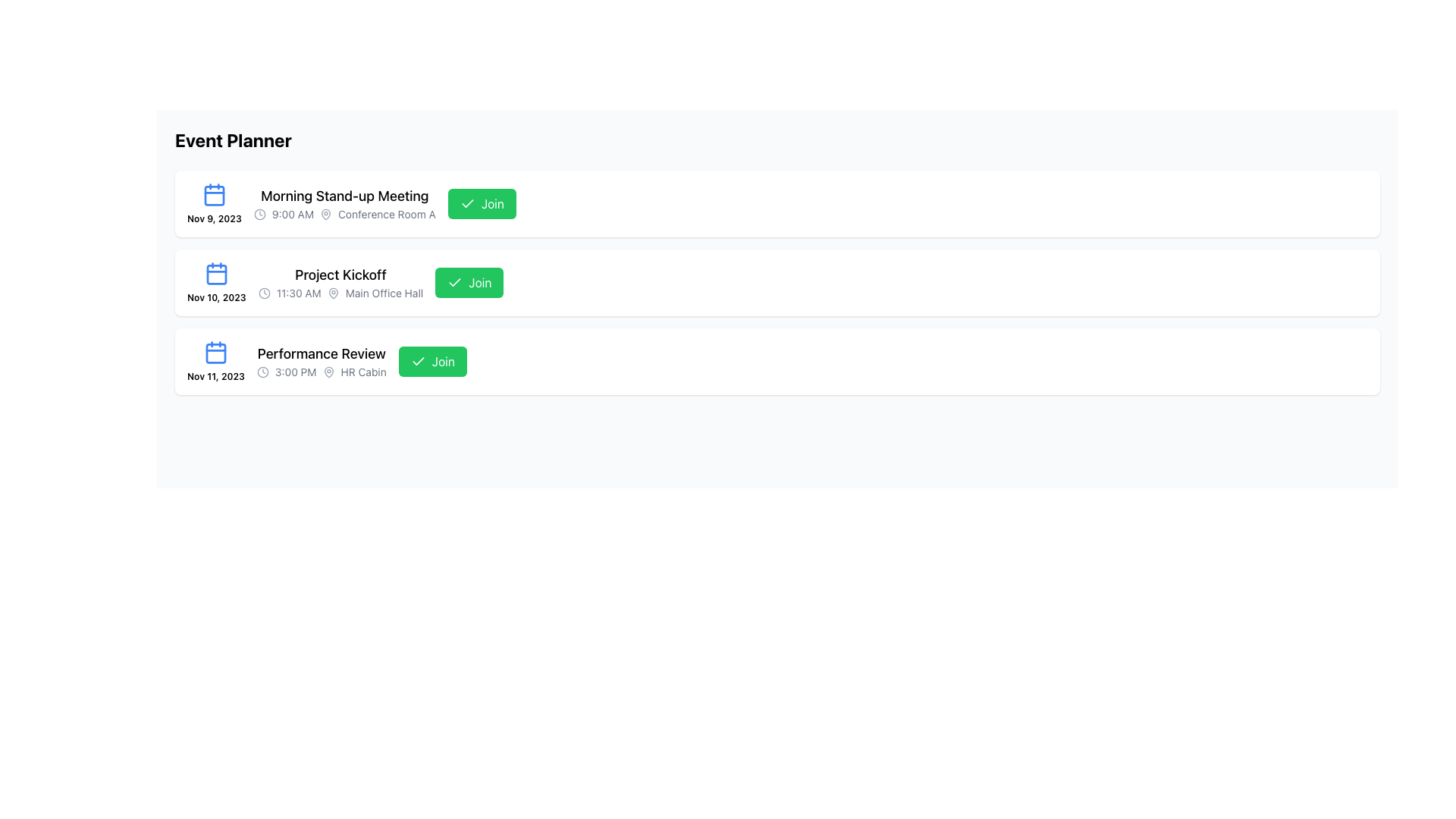 The height and width of the screenshot is (819, 1456). What do you see at coordinates (469, 283) in the screenshot?
I see `the 'Join Event' button located in the 'Project Kickoff' section` at bounding box center [469, 283].